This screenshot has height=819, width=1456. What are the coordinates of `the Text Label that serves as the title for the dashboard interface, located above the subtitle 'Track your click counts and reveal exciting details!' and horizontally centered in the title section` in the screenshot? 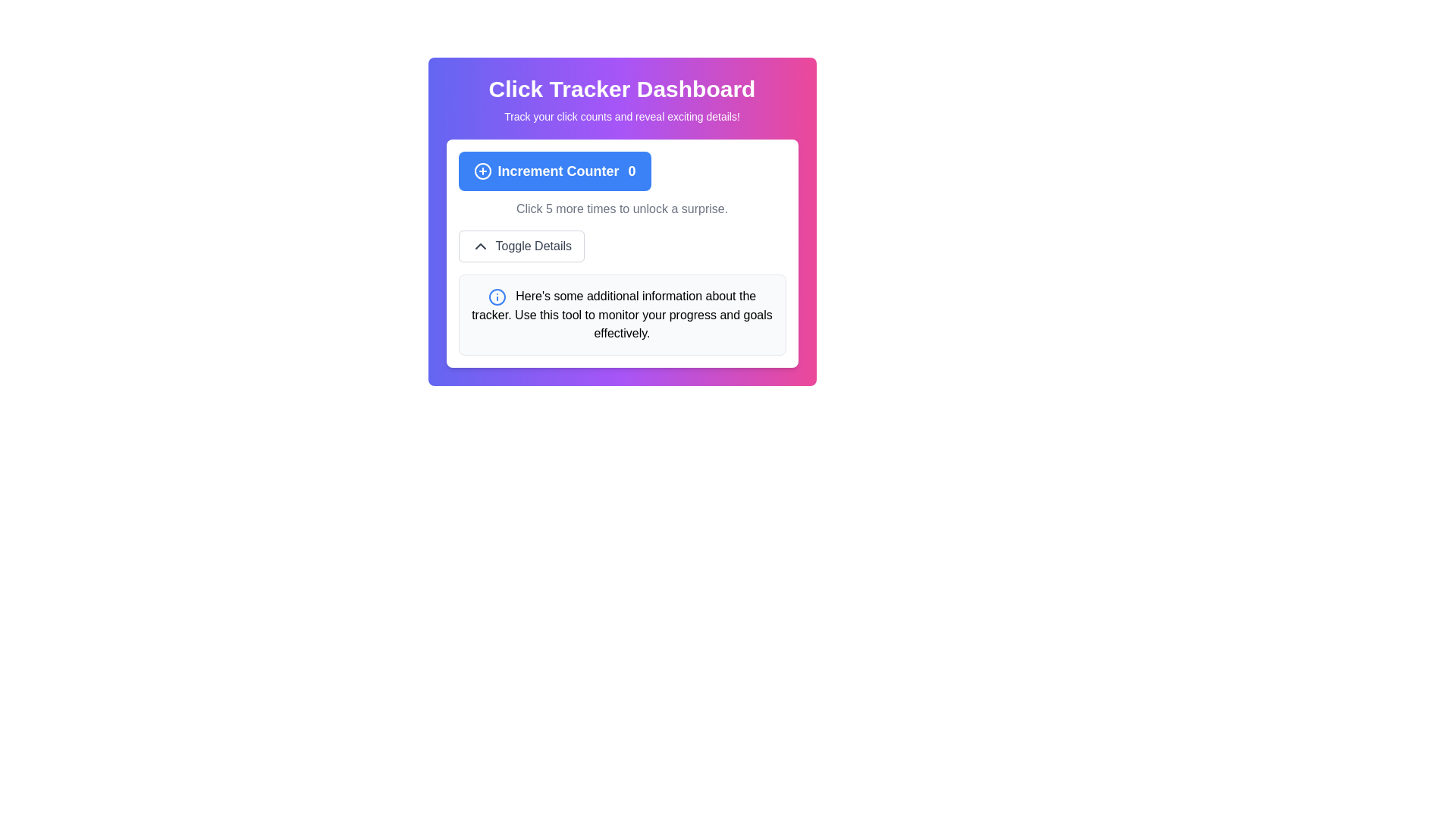 It's located at (622, 89).